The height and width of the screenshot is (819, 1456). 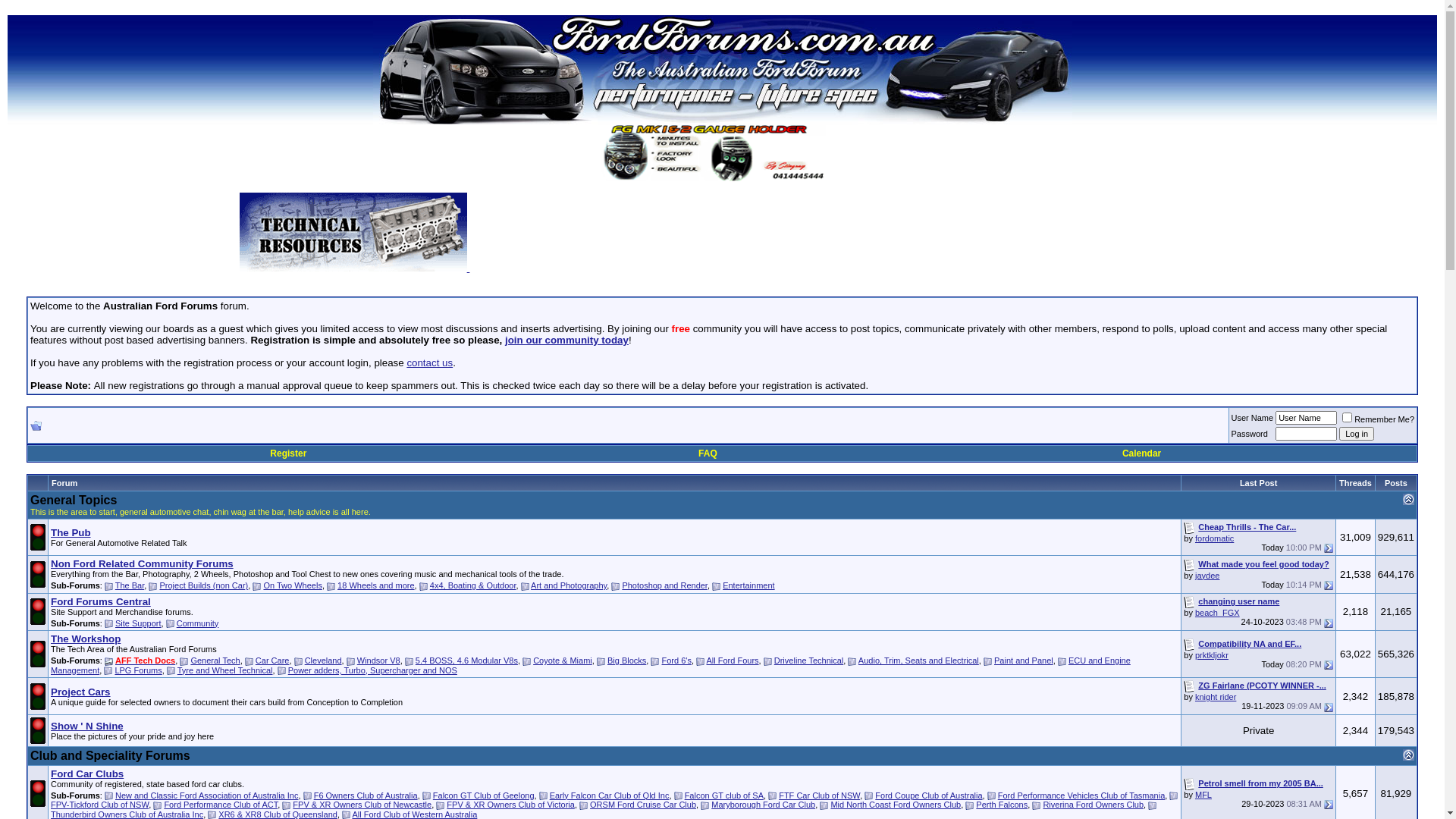 What do you see at coordinates (748, 584) in the screenshot?
I see `'Entertainment'` at bounding box center [748, 584].